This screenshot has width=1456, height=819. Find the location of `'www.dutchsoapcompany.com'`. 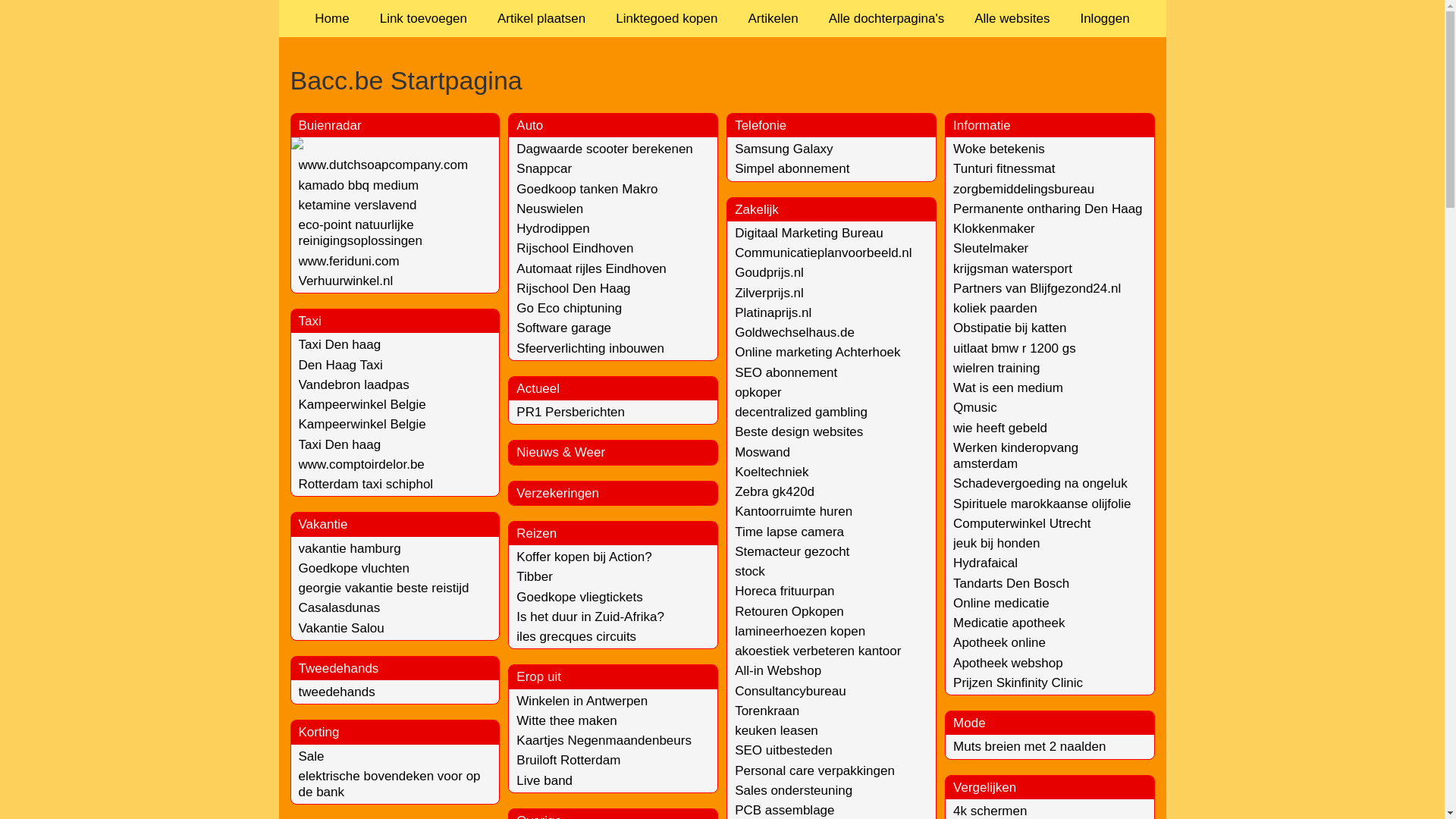

'www.dutchsoapcompany.com' is located at coordinates (383, 165).